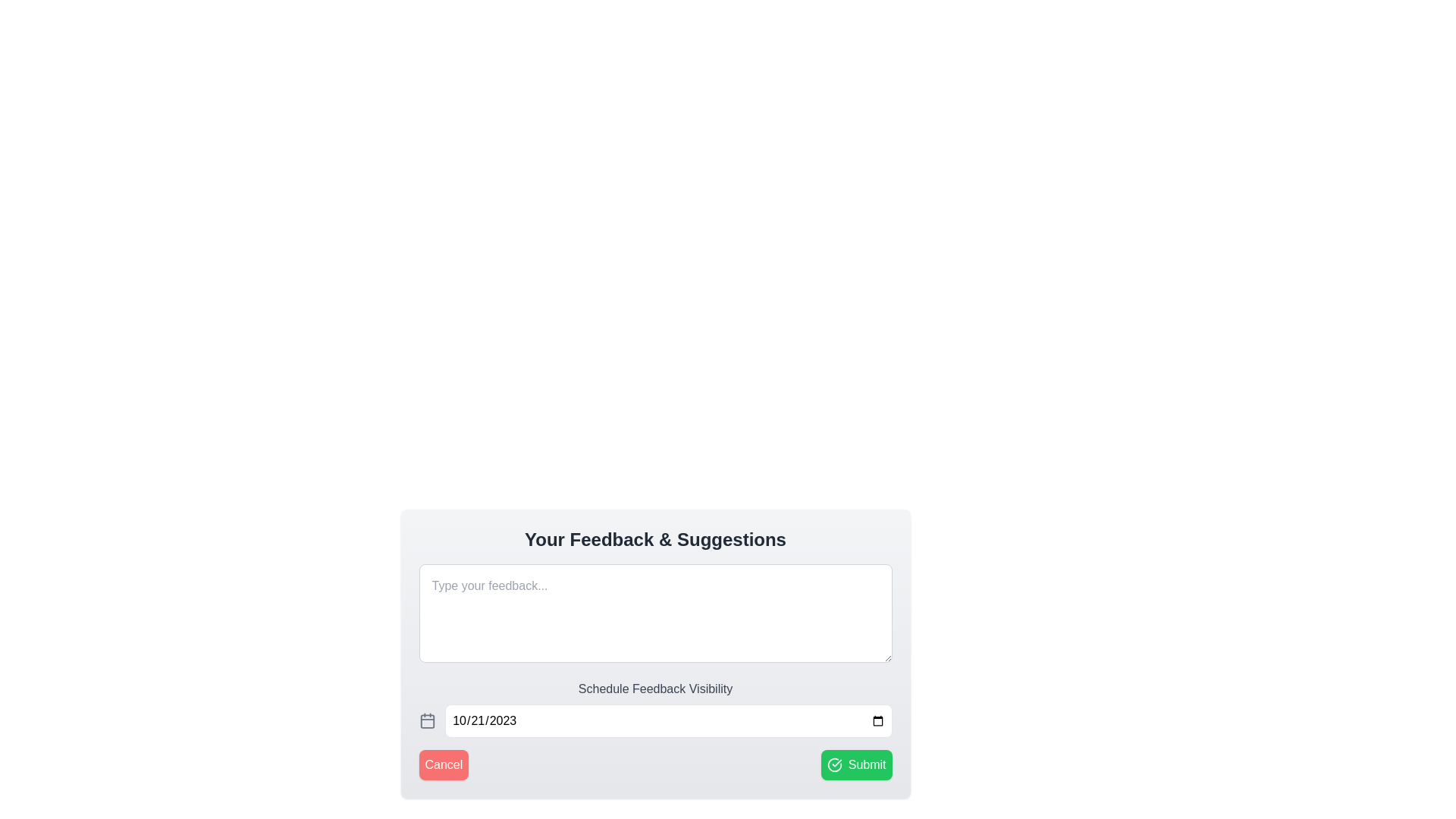 This screenshot has width=1456, height=819. I want to click on the checkmark icon within the 'Submit' button, which is located at the right-most position of the form, so click(833, 765).